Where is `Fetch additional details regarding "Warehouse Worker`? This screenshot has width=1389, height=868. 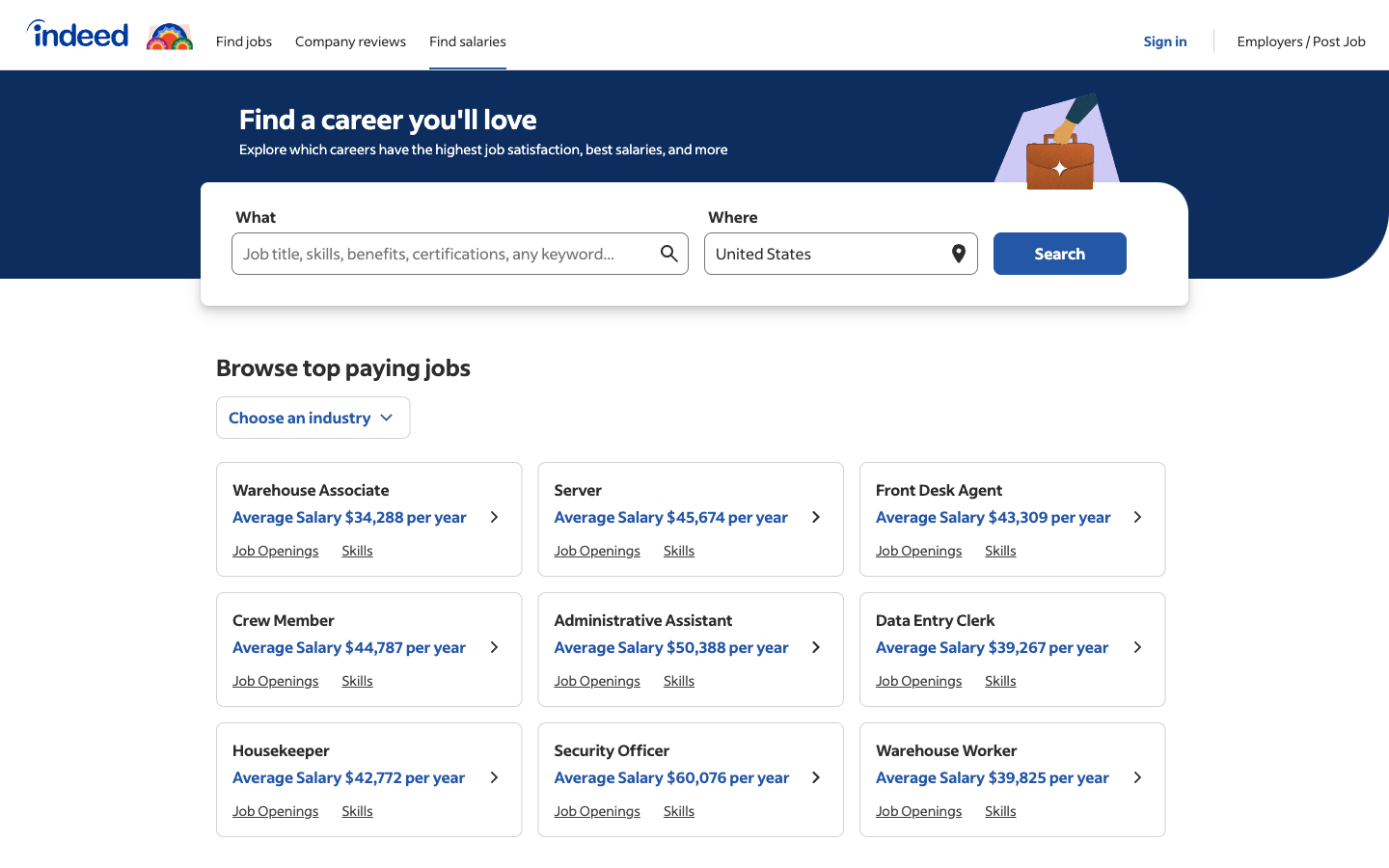
Fetch additional details regarding "Warehouse Worker is located at coordinates (993, 764).